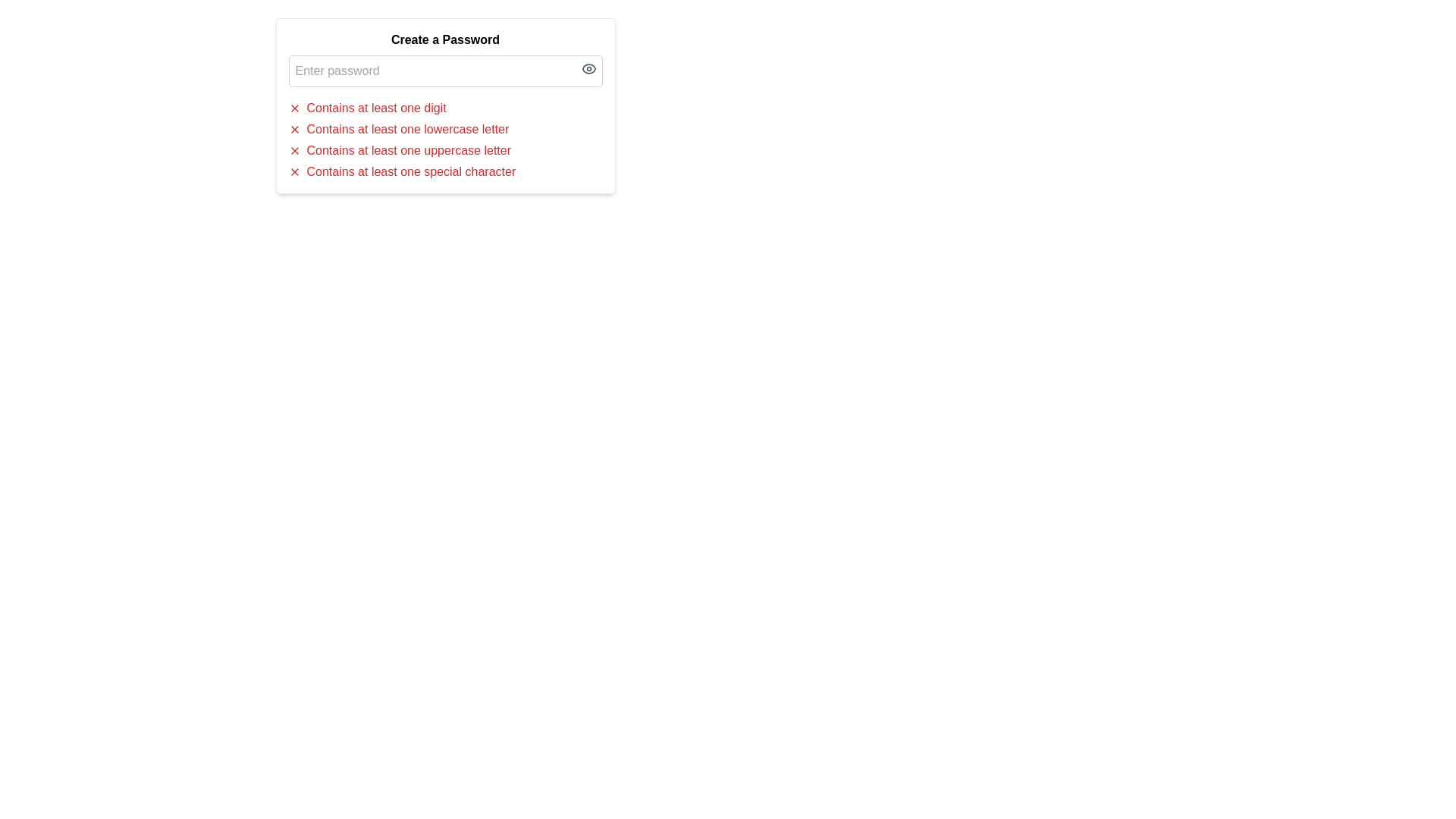 Image resolution: width=1456 pixels, height=819 pixels. Describe the element at coordinates (411, 171) in the screenshot. I see `the static text label that states 'Contains at least one special character.' which is displayed in red color and positioned as the last item in a list of password requirements` at that location.